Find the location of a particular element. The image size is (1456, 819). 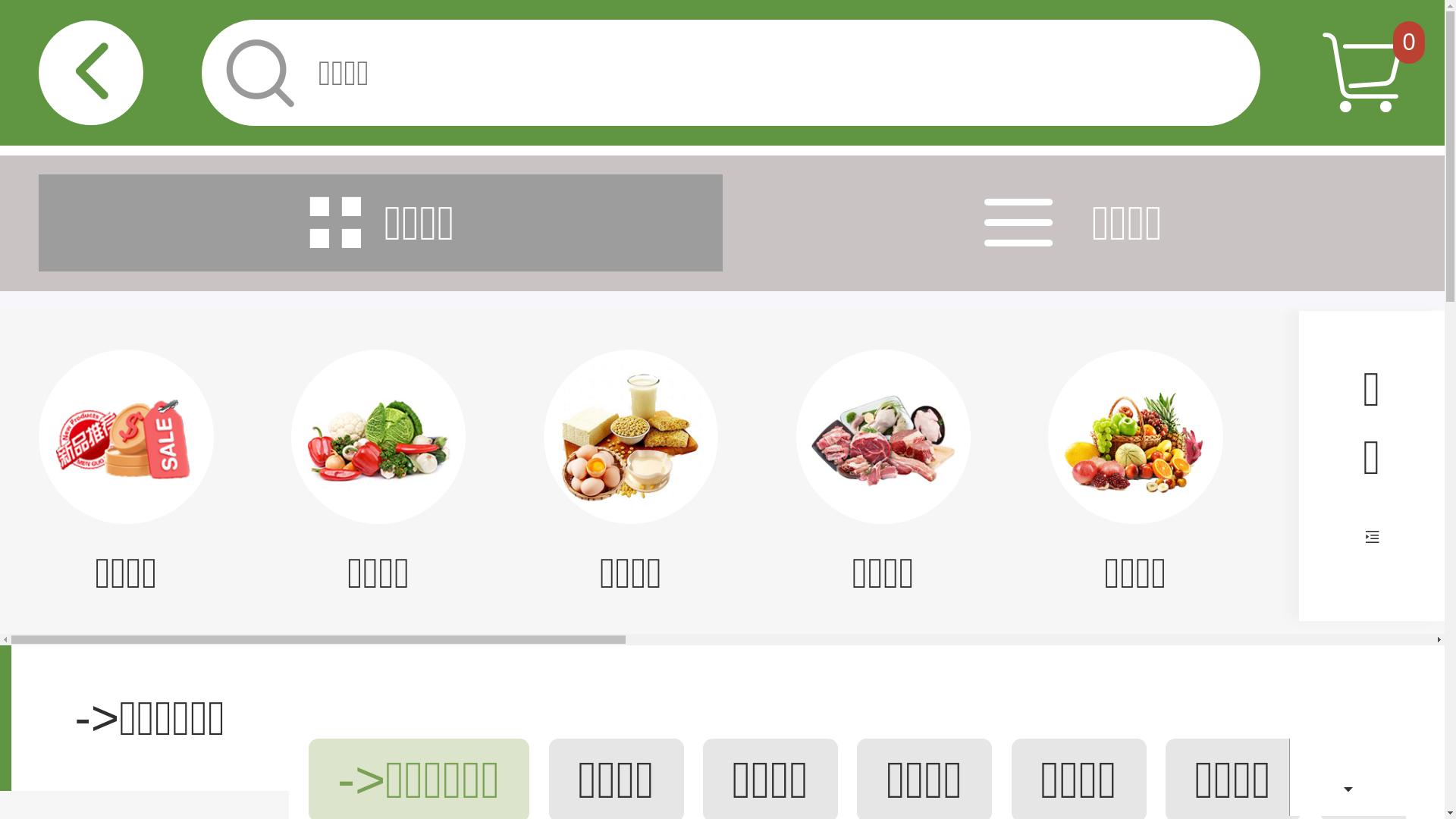

'0' is located at coordinates (1393, 42).